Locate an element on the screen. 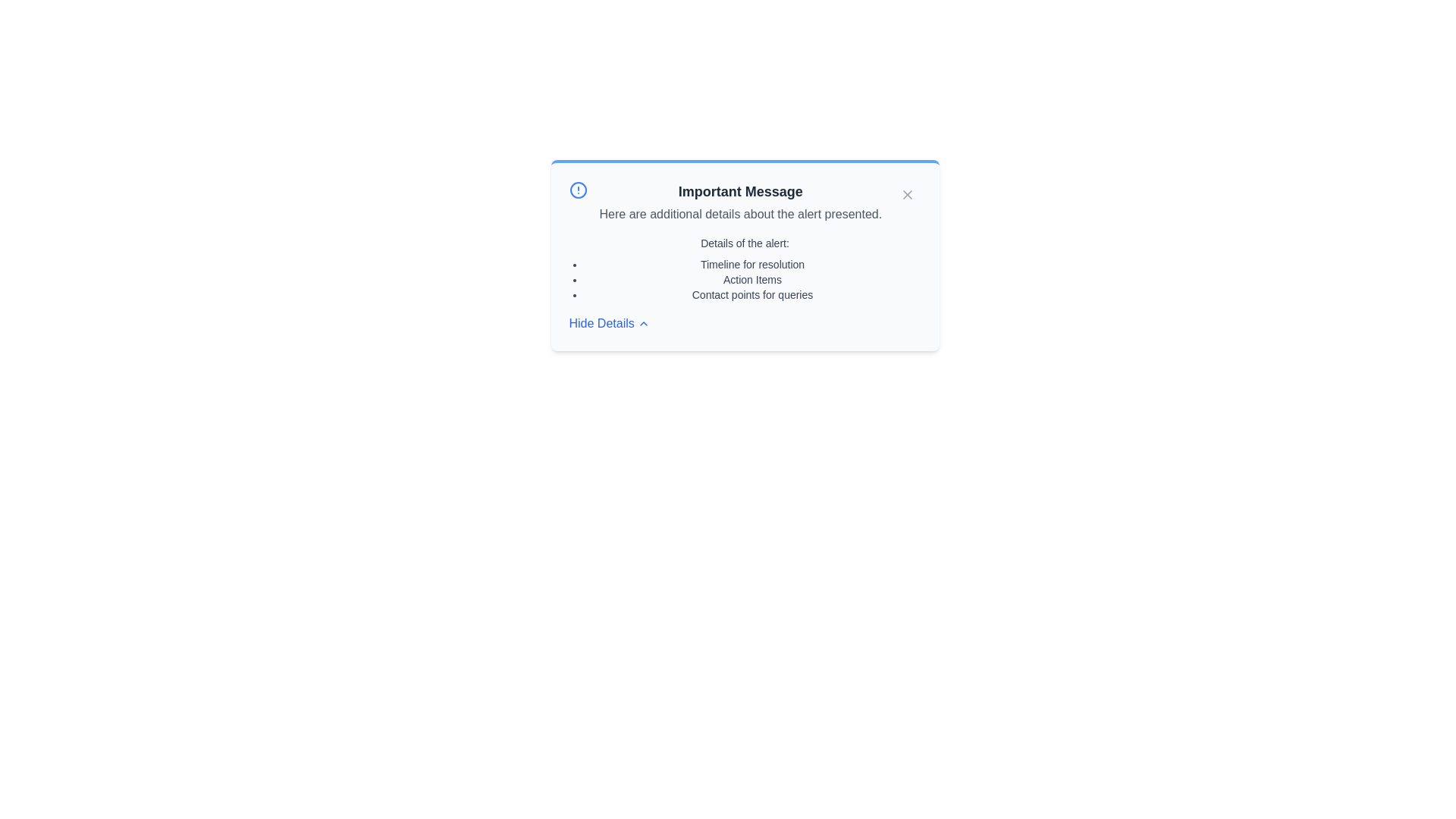 The height and width of the screenshot is (819, 1456). the first bullet-point text label that describes the content of the list item under 'Details of the alert:' is located at coordinates (752, 263).